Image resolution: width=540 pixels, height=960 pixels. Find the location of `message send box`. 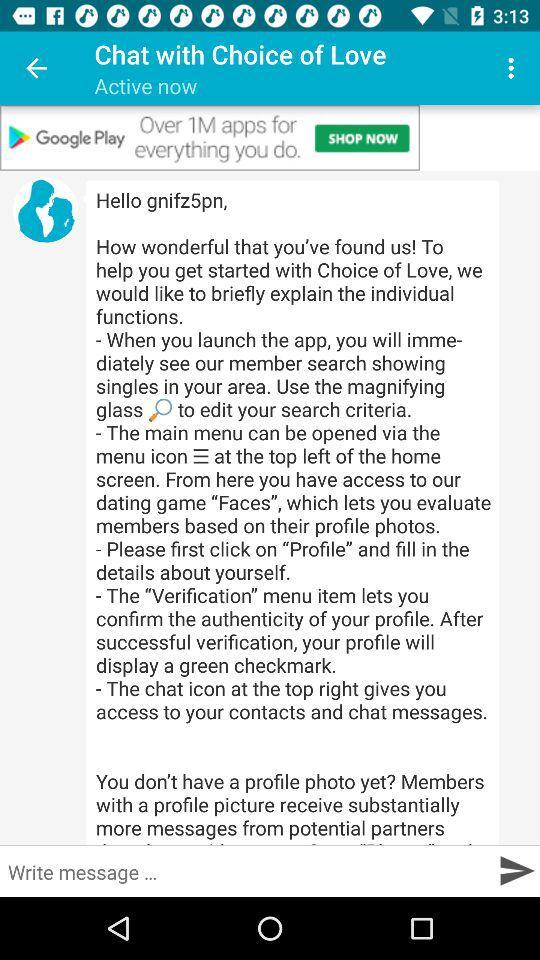

message send box is located at coordinates (516, 869).